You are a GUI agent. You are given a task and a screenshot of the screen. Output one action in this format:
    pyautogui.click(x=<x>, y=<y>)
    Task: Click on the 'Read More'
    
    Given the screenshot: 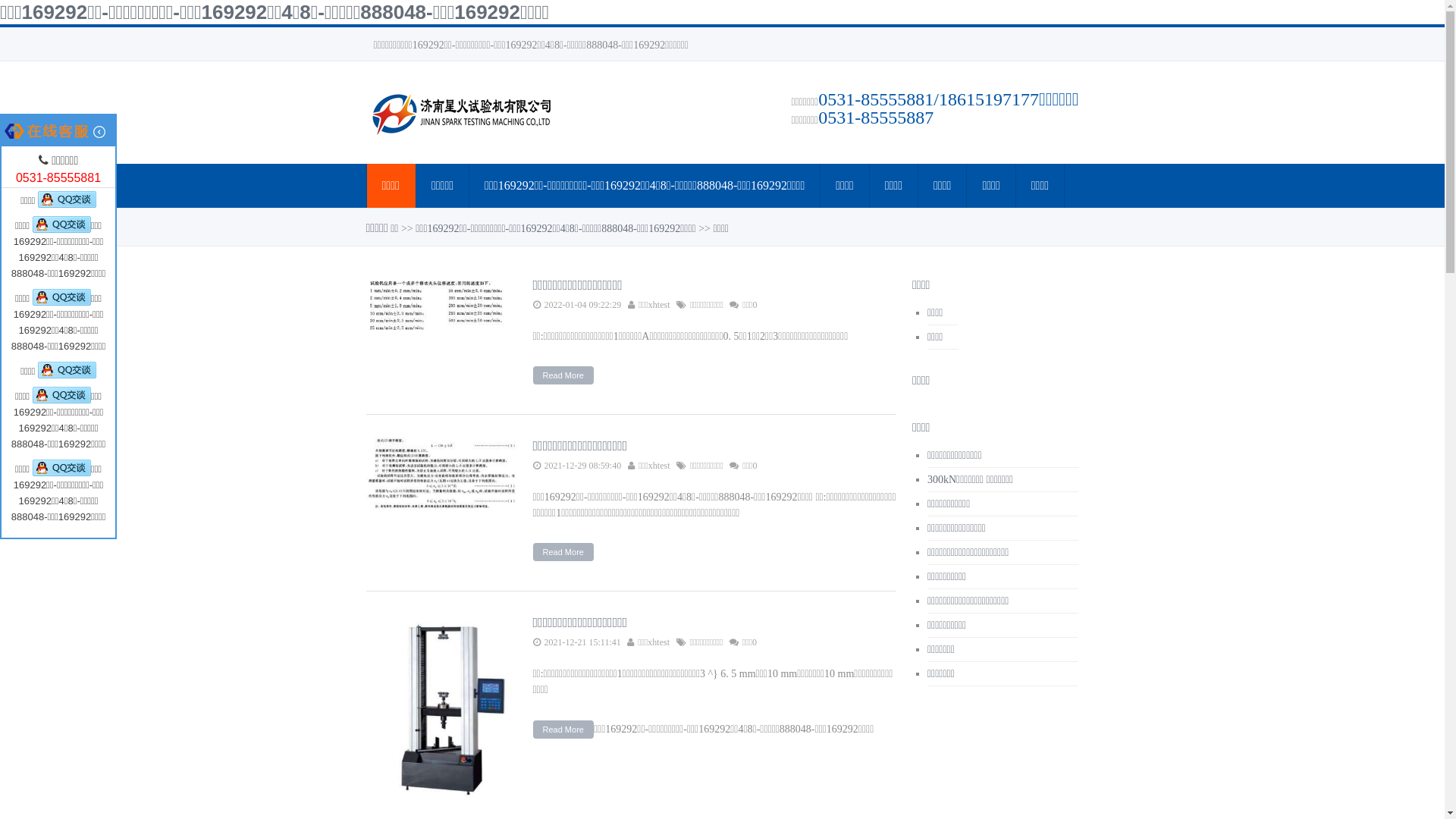 What is the action you would take?
    pyautogui.click(x=532, y=552)
    